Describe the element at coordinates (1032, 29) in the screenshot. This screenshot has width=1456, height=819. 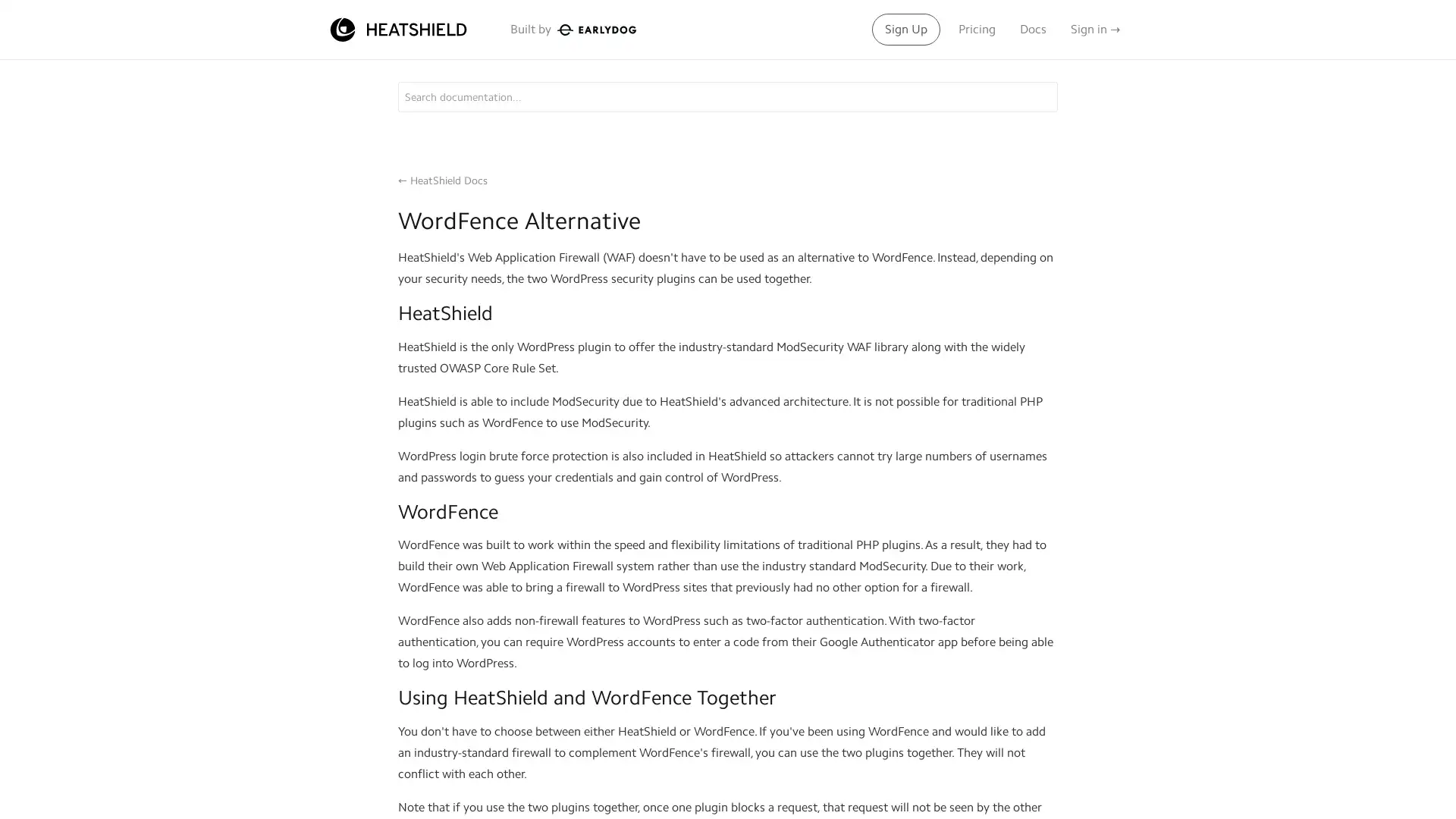
I see `Docs` at that location.